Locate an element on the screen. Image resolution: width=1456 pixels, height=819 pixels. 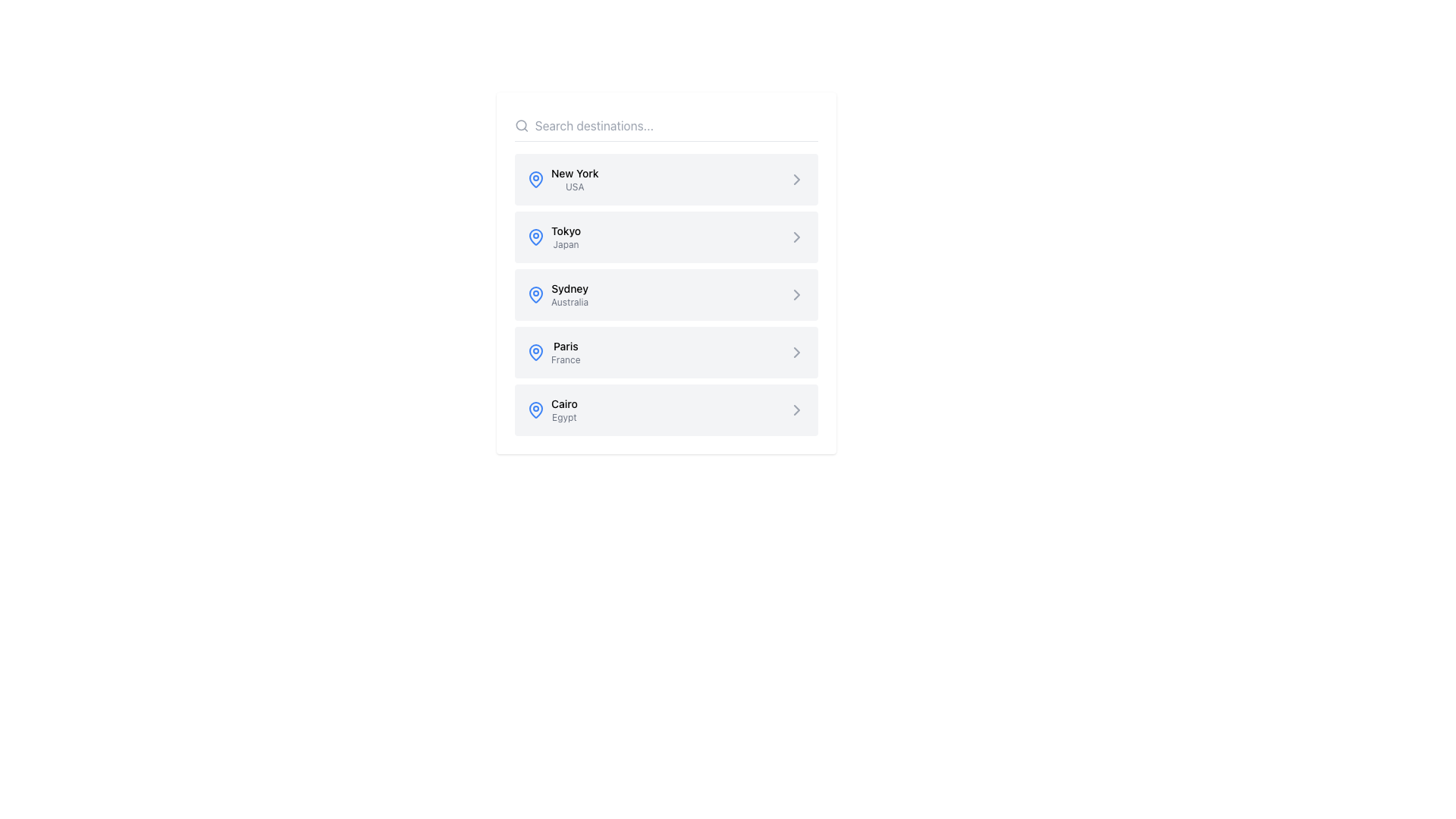
the smaller circular graphic shape representing the search icon's magnifying lens located at the top-left corner of the interface is located at coordinates (521, 124).